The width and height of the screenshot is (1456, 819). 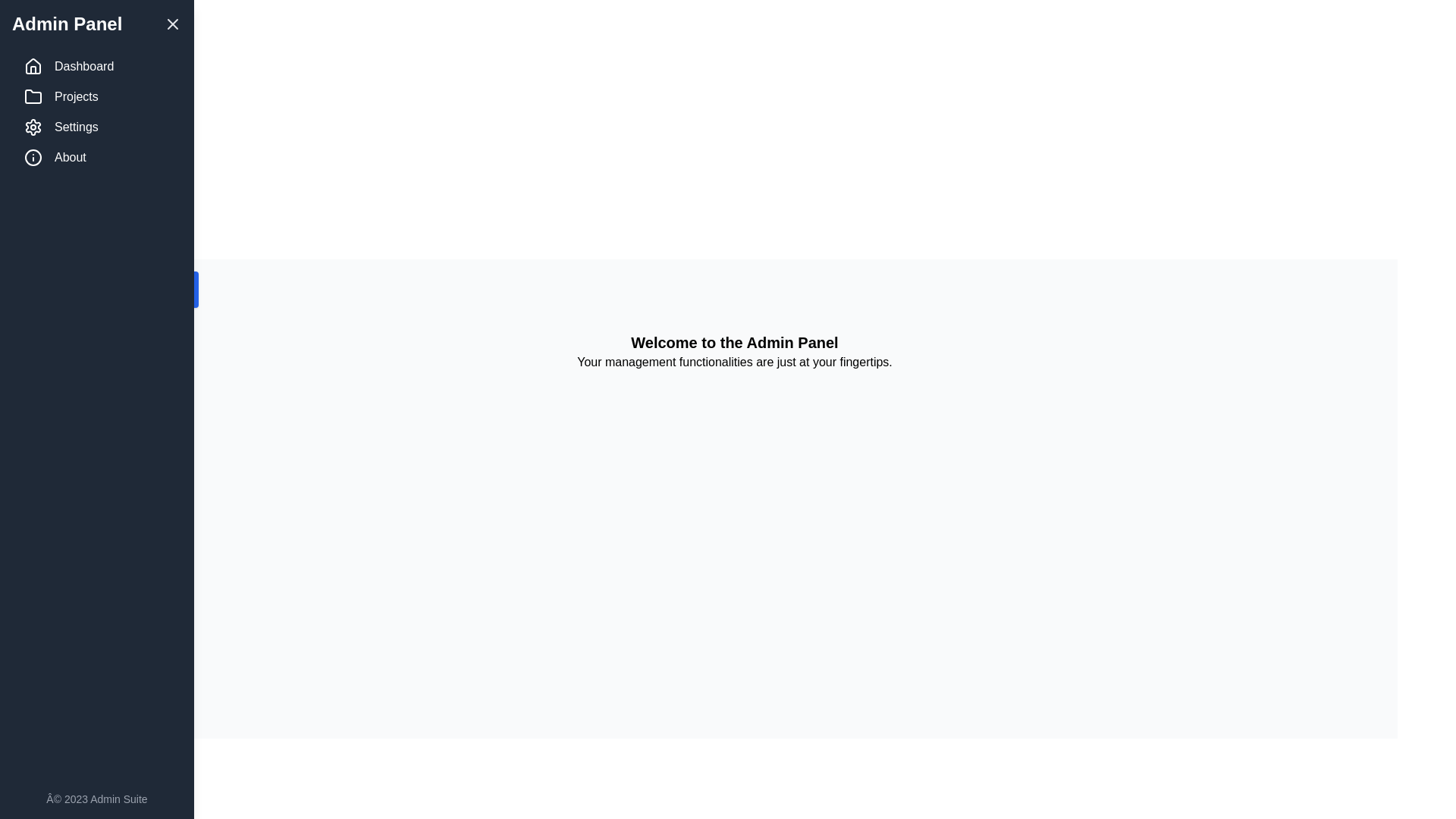 What do you see at coordinates (66, 24) in the screenshot?
I see `the static text element that serves as the title or heading for the sidebar, positioned at the top-left corner of the sidebar` at bounding box center [66, 24].